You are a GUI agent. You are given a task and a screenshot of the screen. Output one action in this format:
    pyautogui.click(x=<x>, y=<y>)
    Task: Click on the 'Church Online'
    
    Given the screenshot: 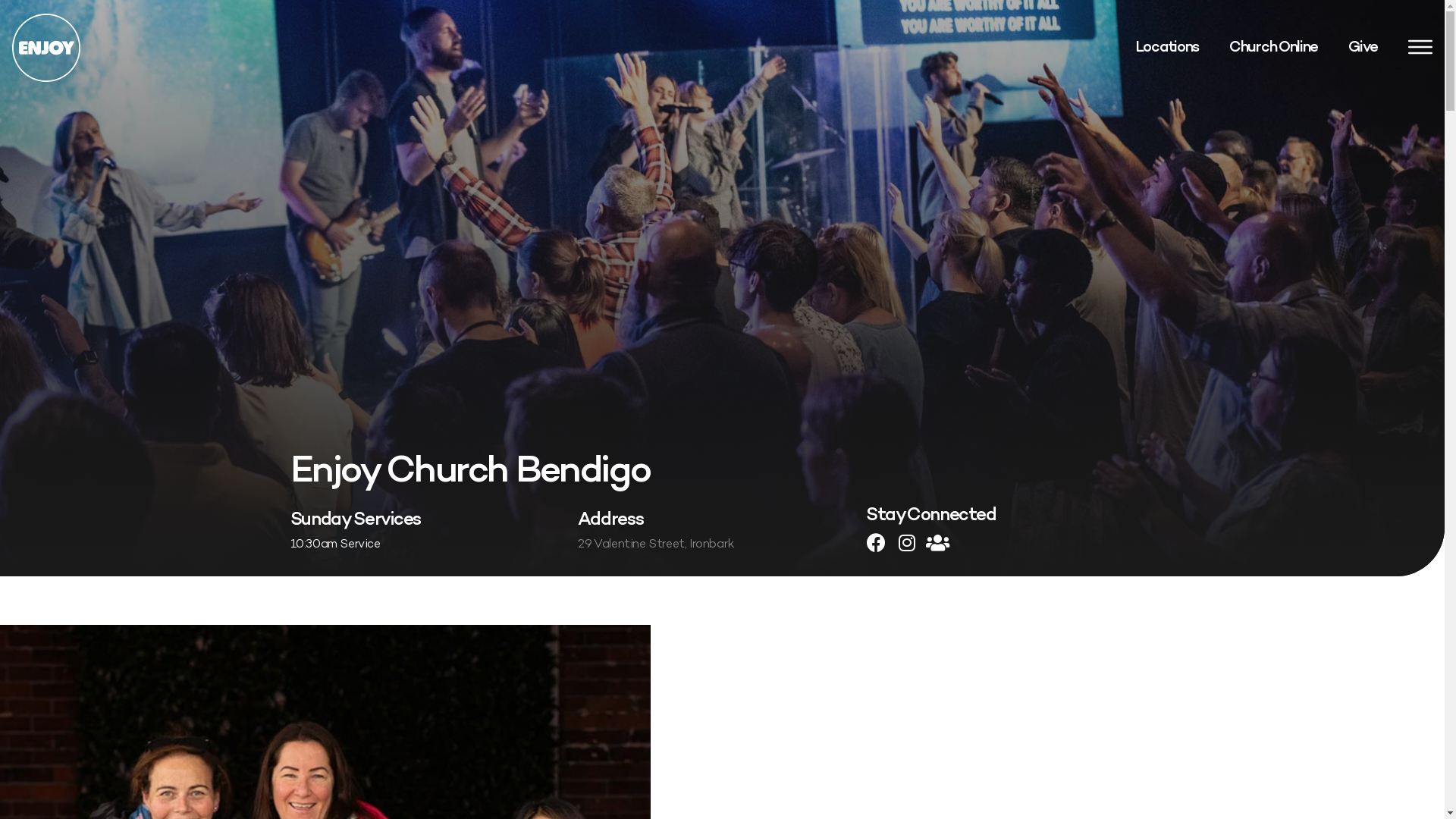 What is the action you would take?
    pyautogui.click(x=1273, y=46)
    